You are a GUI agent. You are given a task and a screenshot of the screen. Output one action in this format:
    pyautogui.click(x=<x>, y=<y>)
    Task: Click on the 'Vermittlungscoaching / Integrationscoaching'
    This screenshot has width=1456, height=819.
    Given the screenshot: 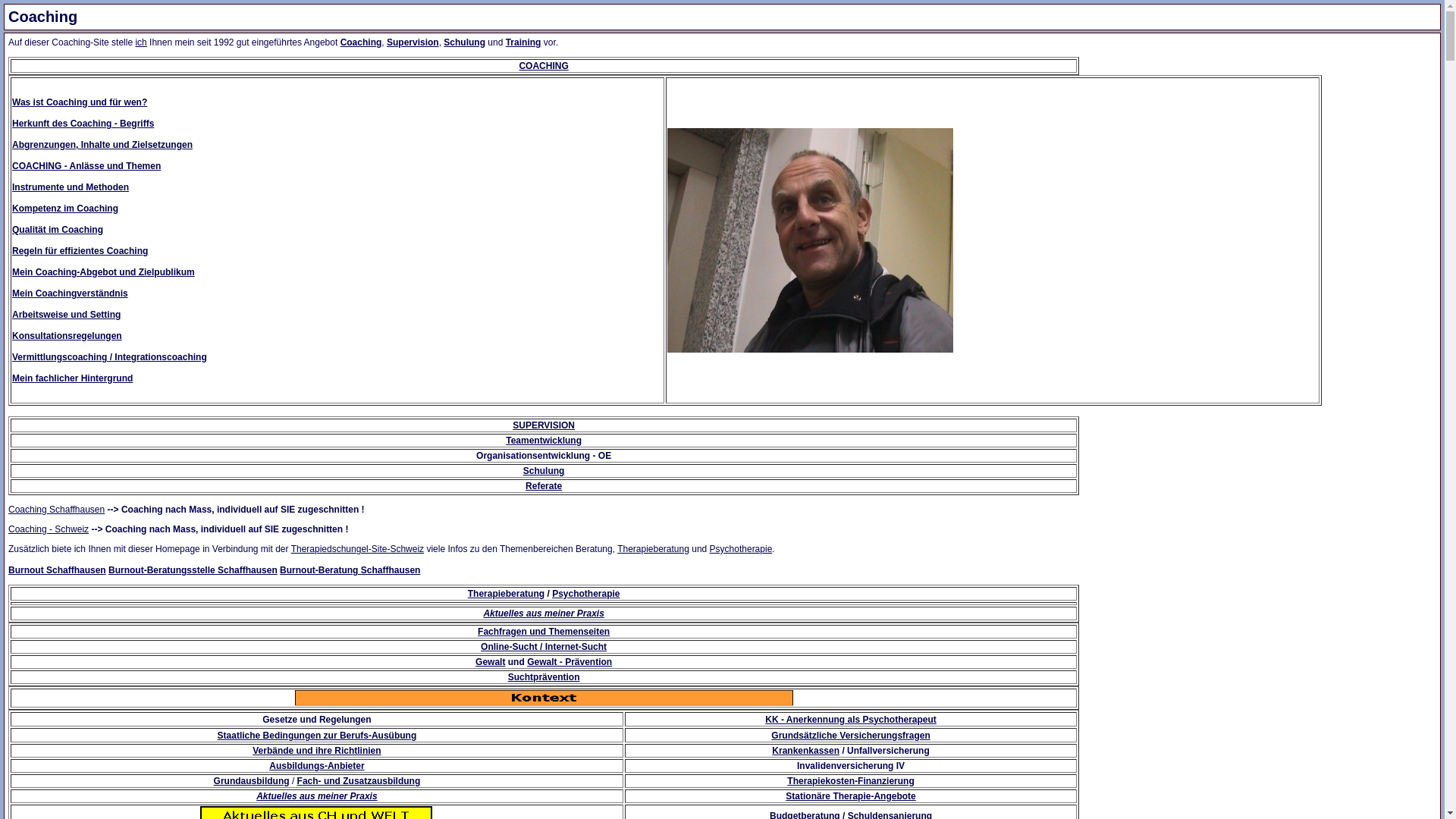 What is the action you would take?
    pyautogui.click(x=108, y=356)
    